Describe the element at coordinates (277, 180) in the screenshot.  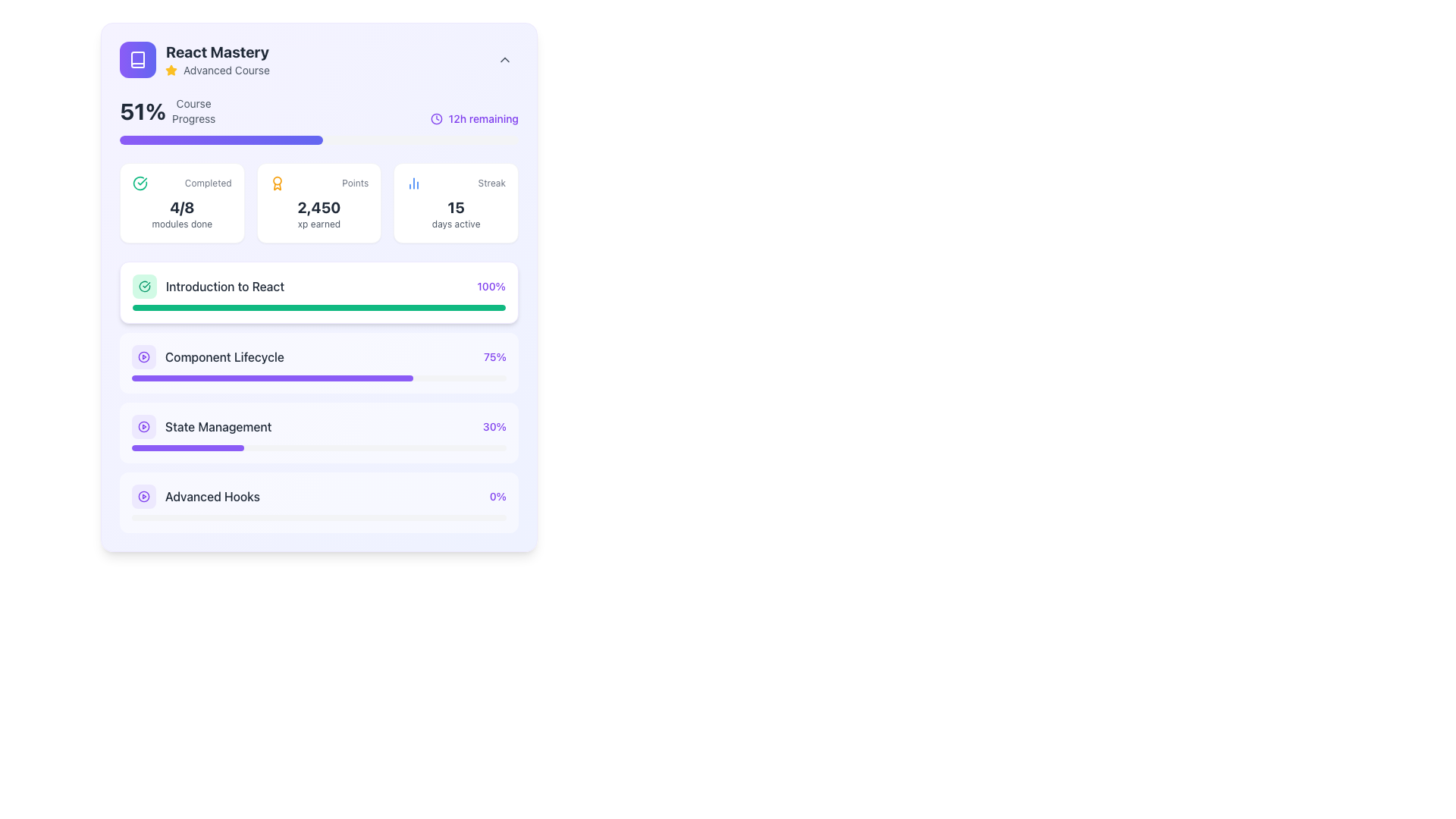
I see `the circular graphical component styled as an award or badge, which is part of an SVG award icon located within an interface of metrics and achievements` at that location.